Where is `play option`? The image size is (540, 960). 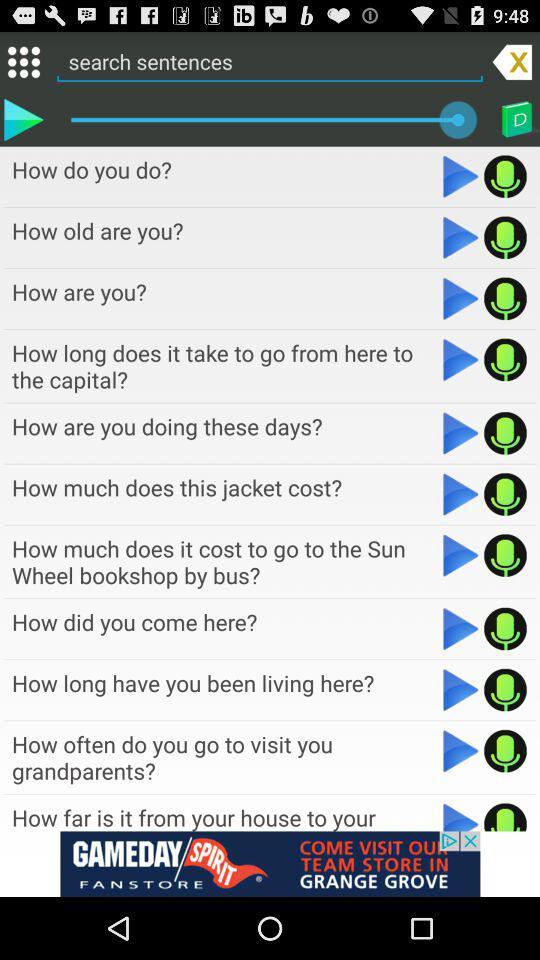 play option is located at coordinates (461, 750).